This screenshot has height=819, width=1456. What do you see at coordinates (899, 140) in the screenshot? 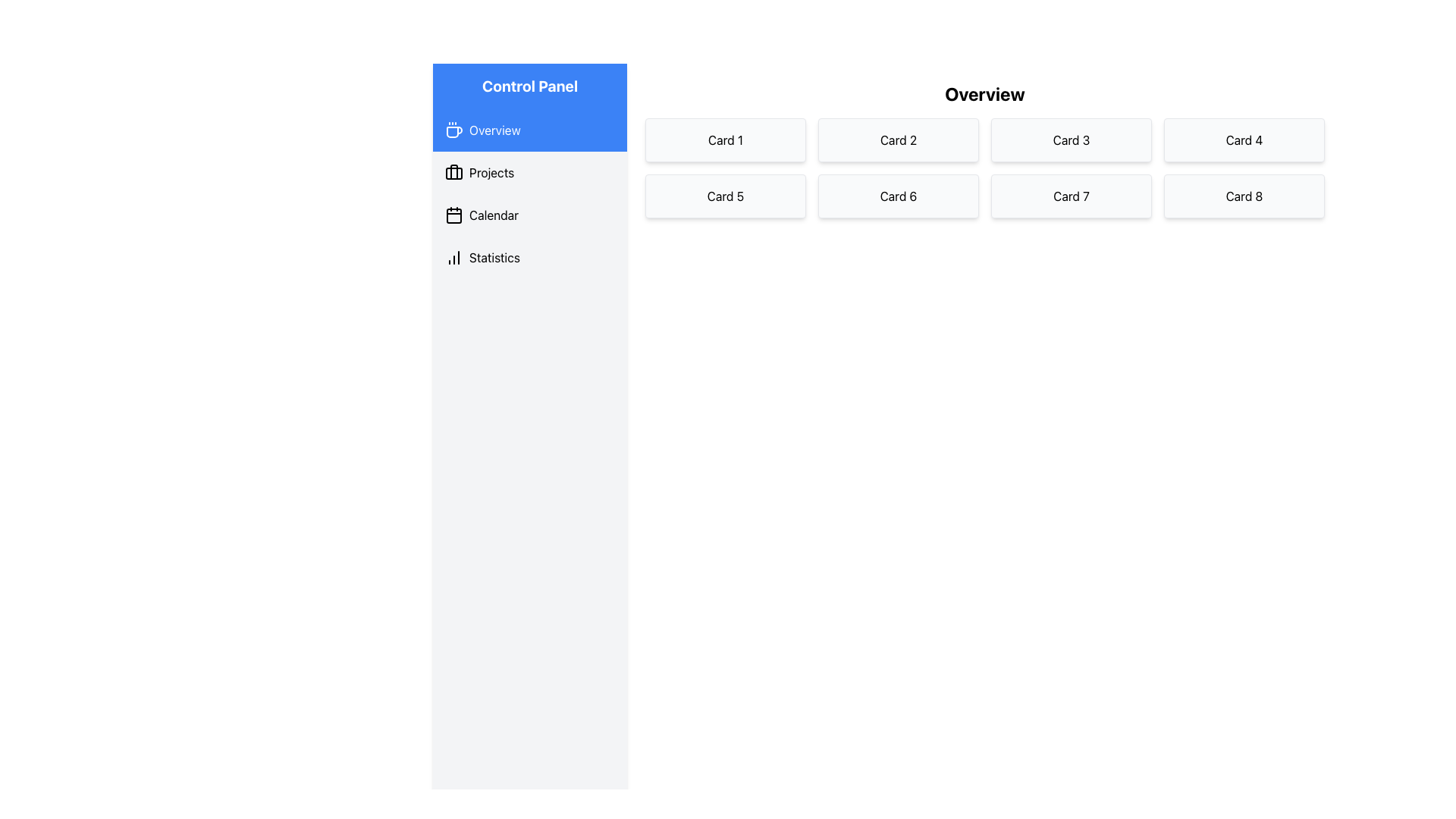
I see `the text label 'Card 2' which is centered within the second card in the grid underneath the header 'Overview'` at bounding box center [899, 140].